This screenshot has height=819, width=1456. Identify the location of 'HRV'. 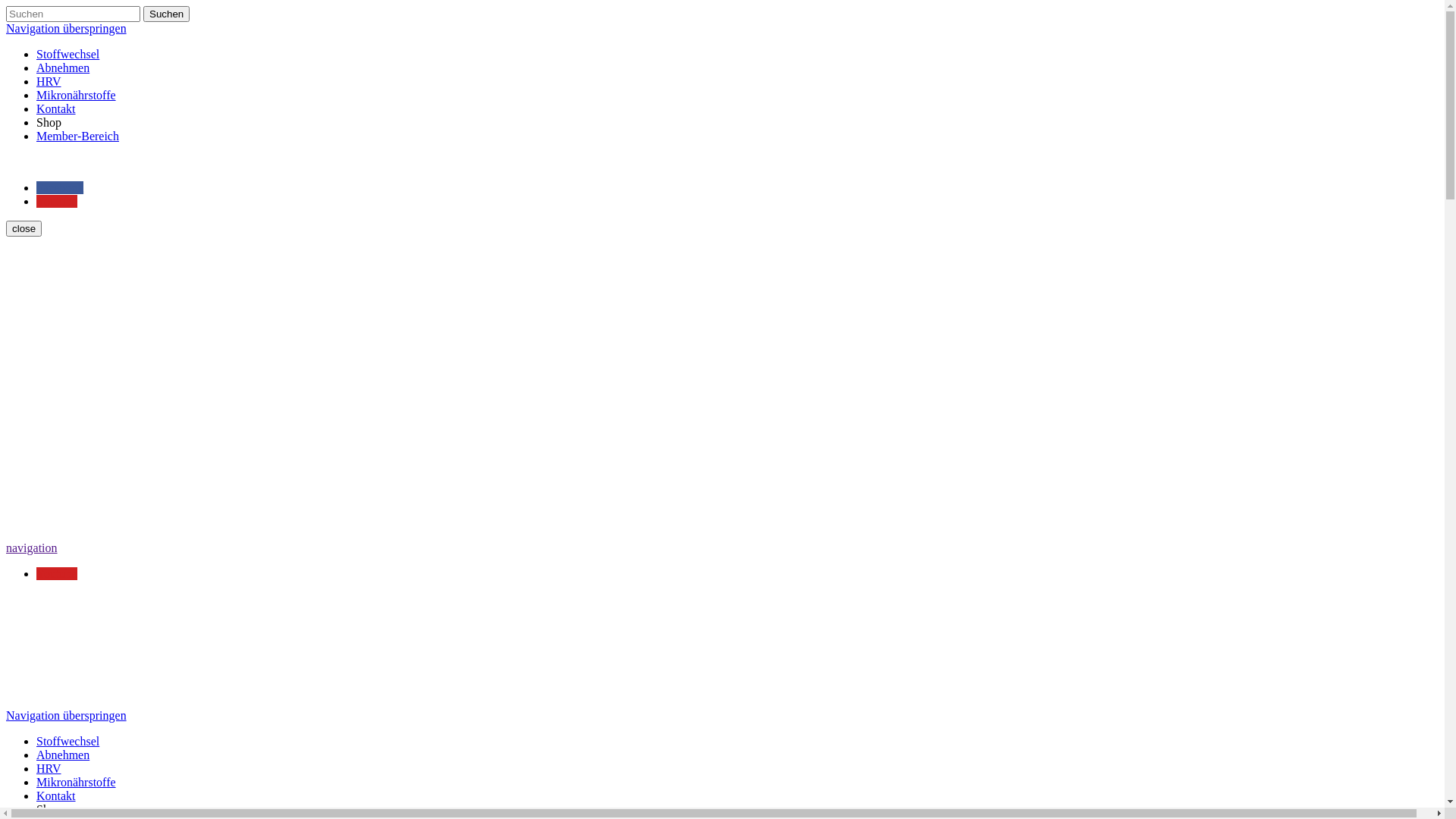
(49, 768).